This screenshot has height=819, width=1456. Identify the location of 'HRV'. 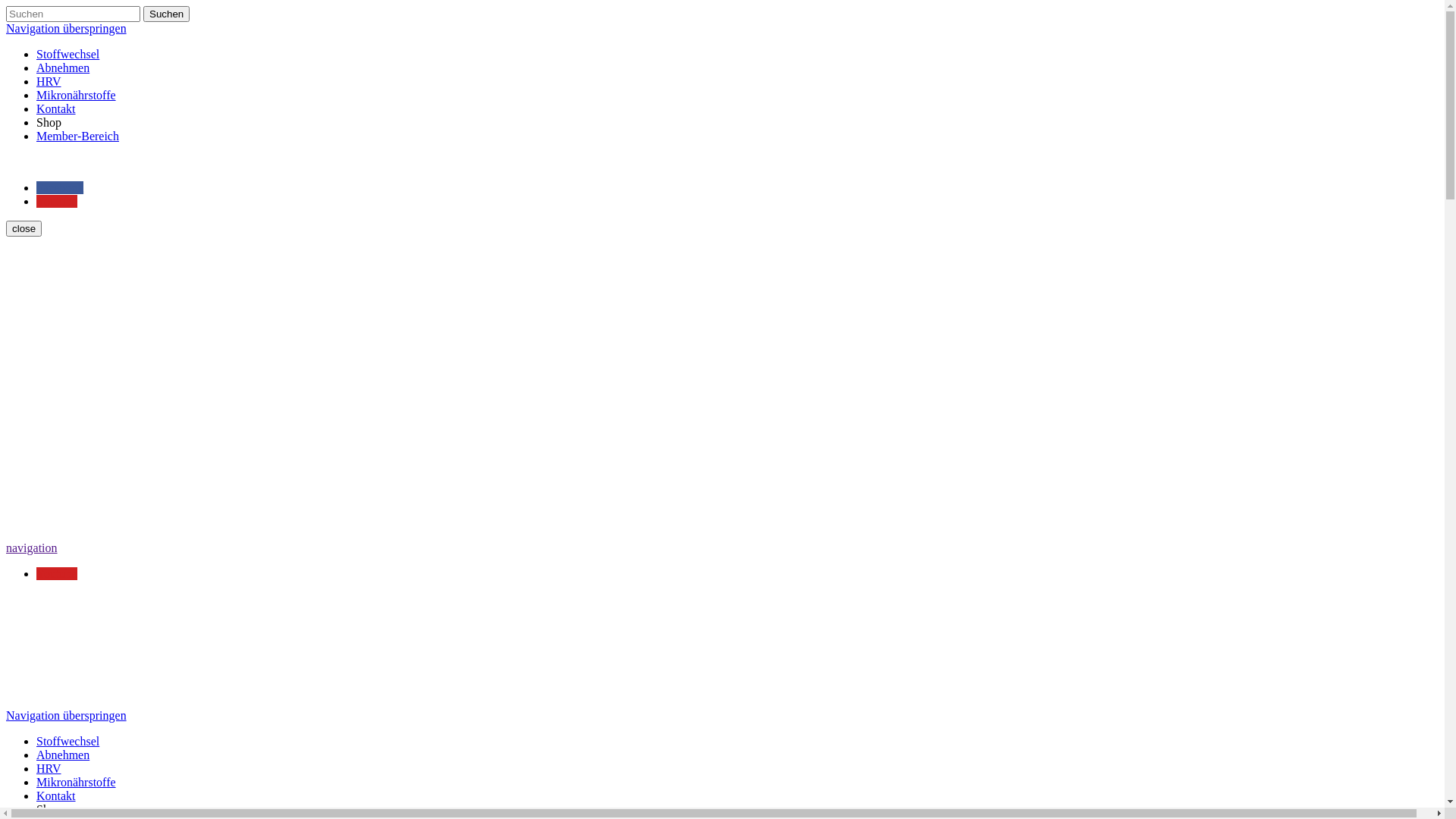
(49, 768).